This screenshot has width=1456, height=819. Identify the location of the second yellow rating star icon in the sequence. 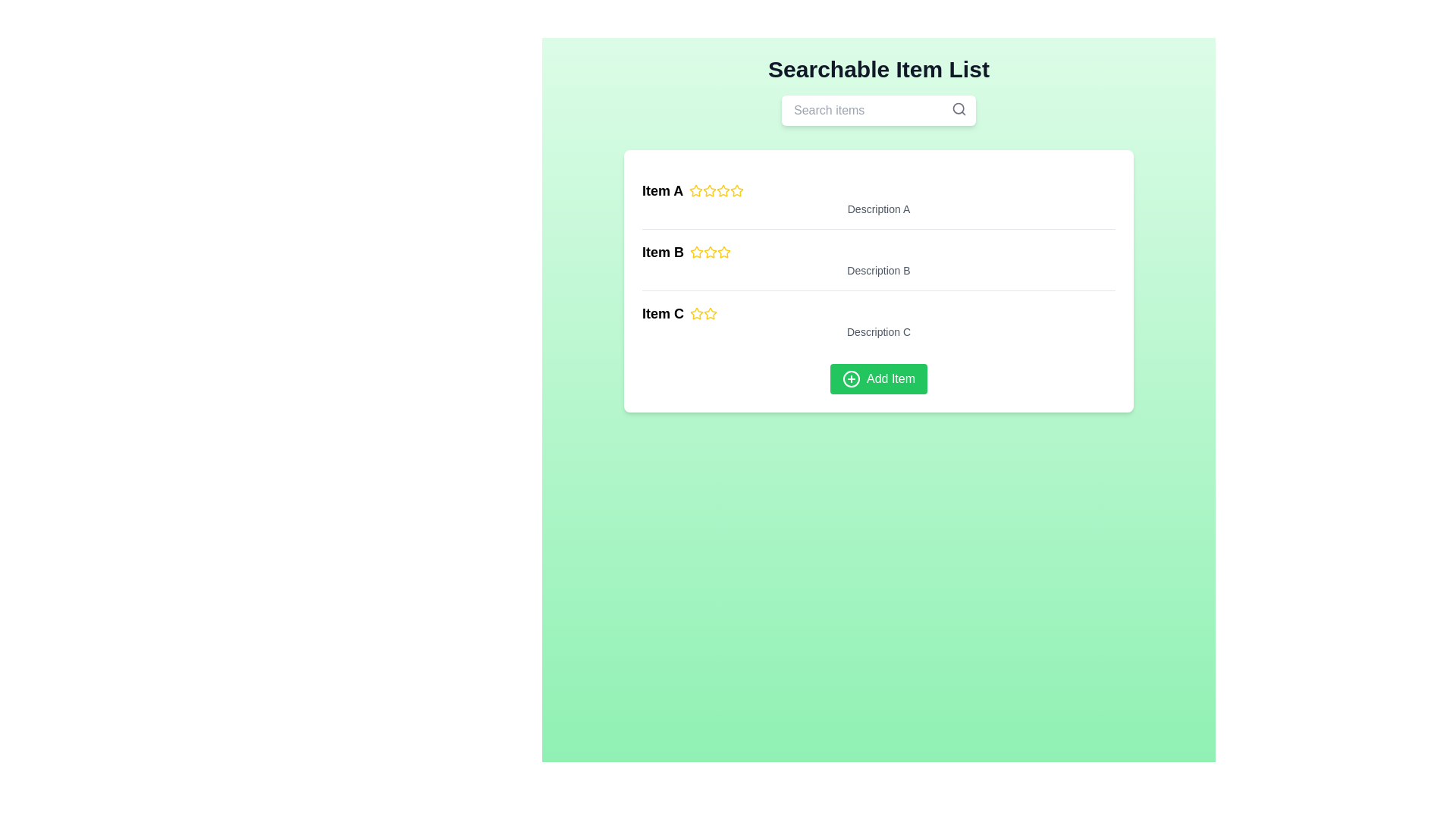
(709, 251).